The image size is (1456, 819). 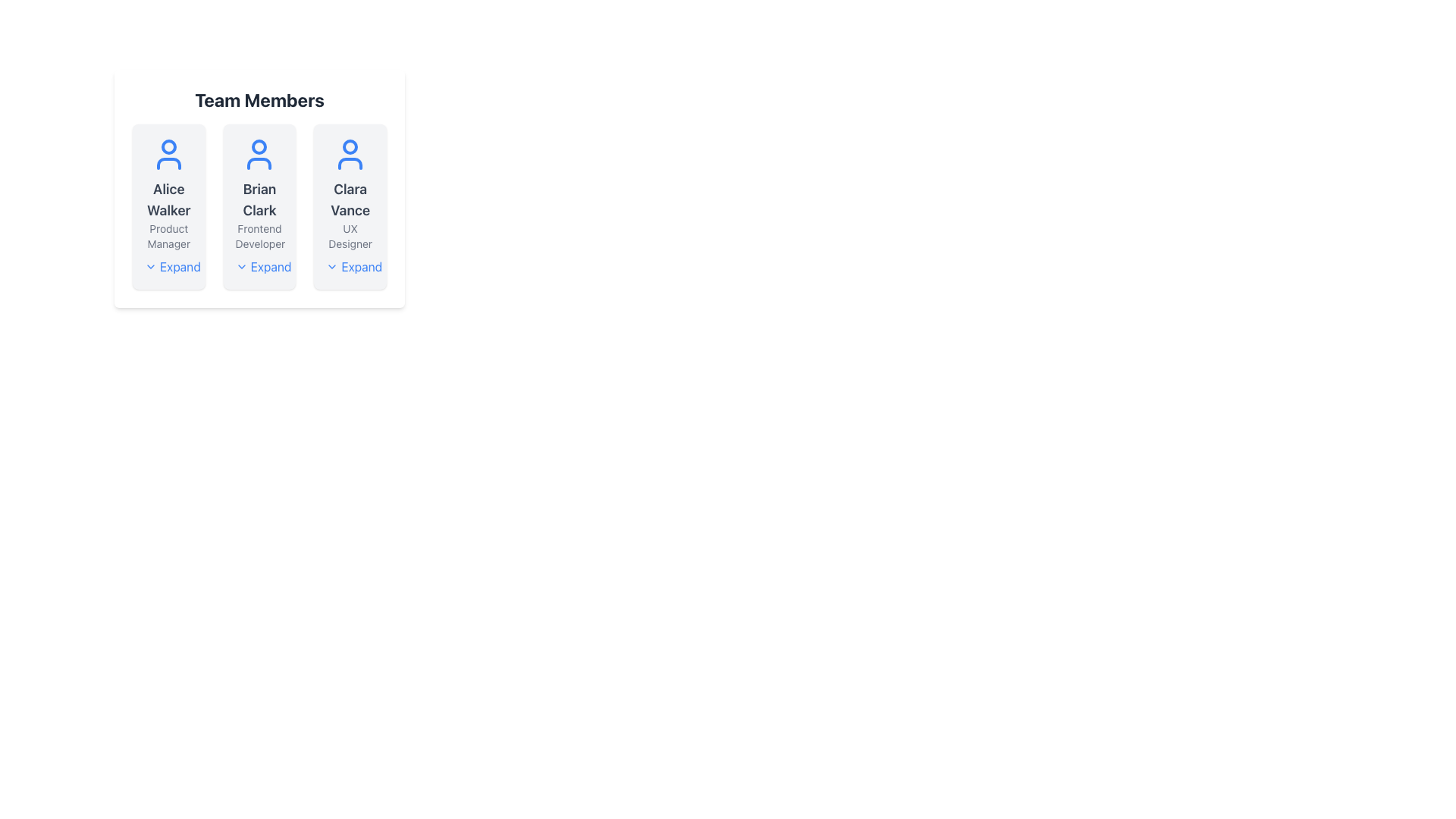 What do you see at coordinates (168, 164) in the screenshot?
I see `the decorative SVG component representing the user figure above the name 'Alice Walker' in the Team Members section` at bounding box center [168, 164].